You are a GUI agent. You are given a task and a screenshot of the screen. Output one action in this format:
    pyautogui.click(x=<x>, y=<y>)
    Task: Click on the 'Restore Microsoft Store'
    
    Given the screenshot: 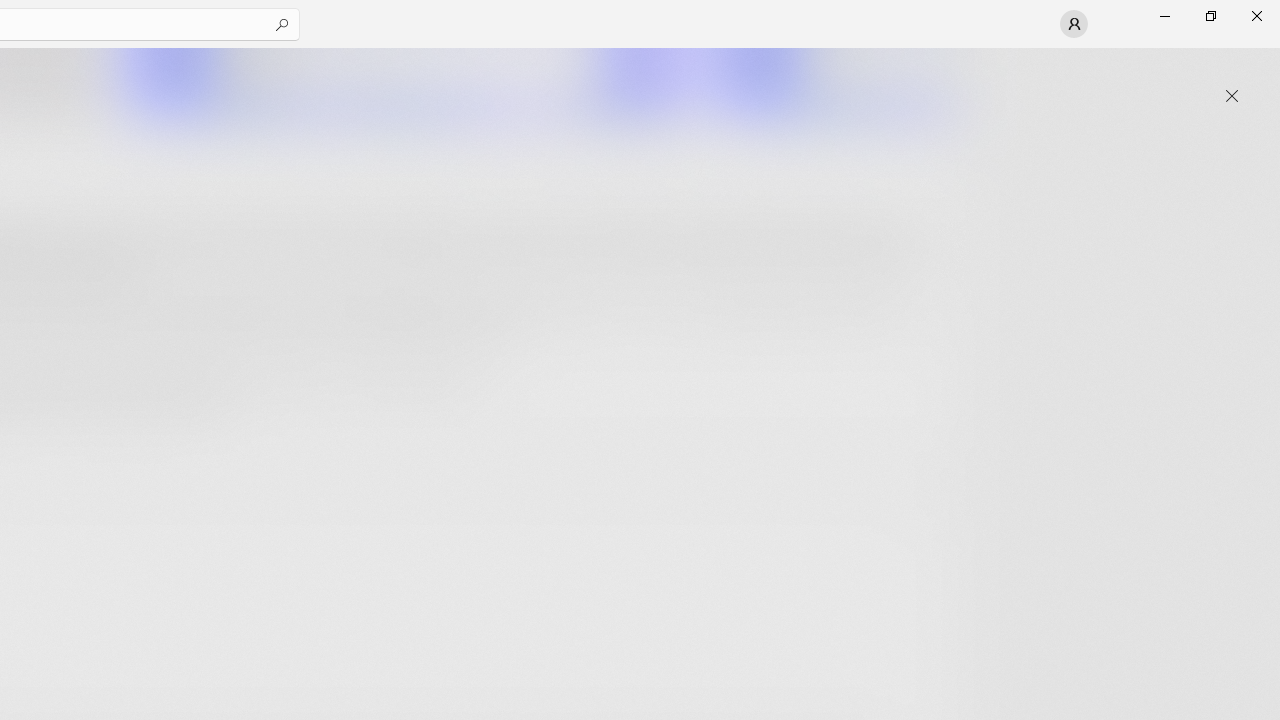 What is the action you would take?
    pyautogui.click(x=1209, y=15)
    